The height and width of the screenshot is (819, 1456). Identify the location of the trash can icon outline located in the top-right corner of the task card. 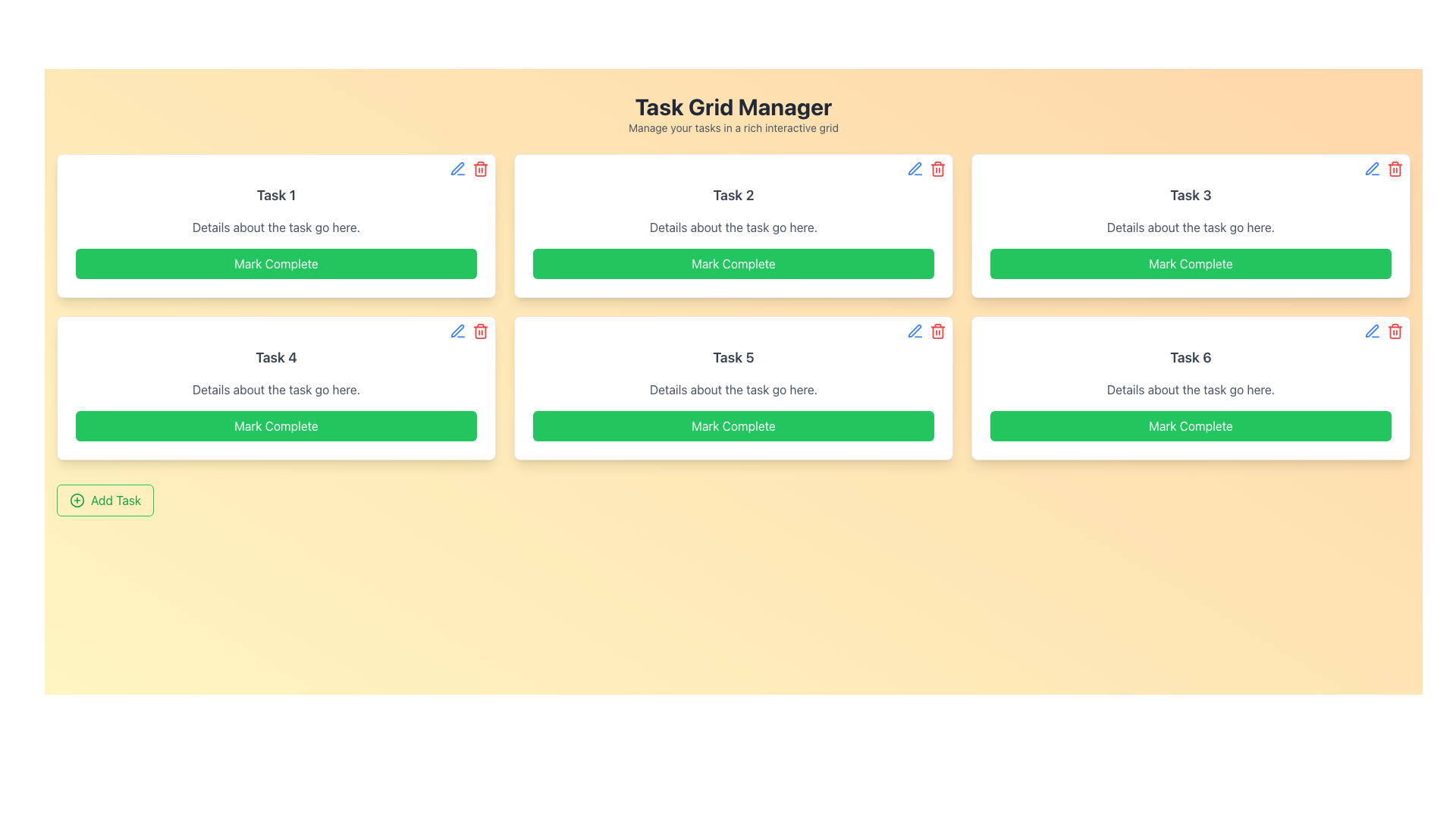
(479, 169).